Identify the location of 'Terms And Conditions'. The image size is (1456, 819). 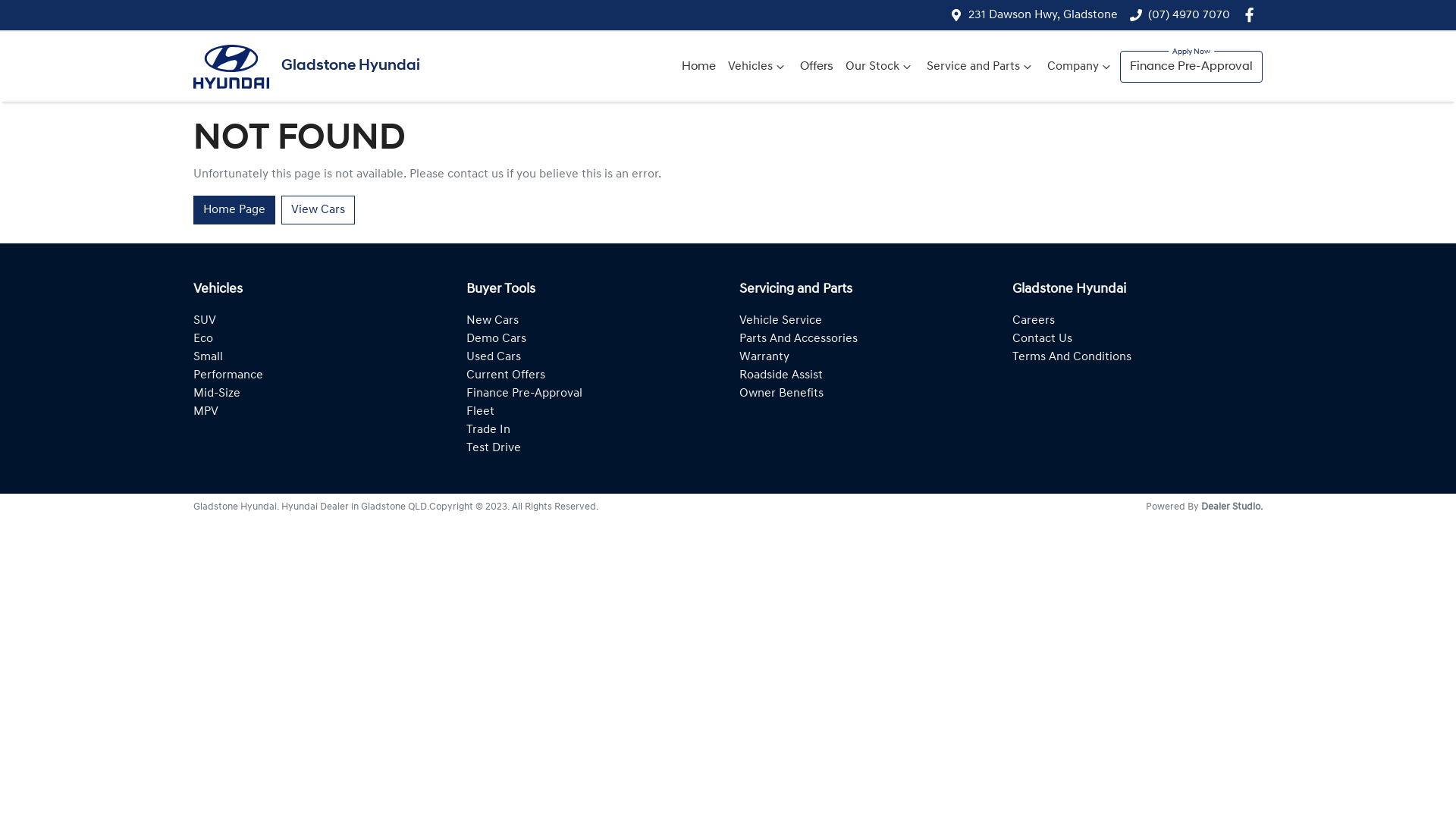
(1071, 356).